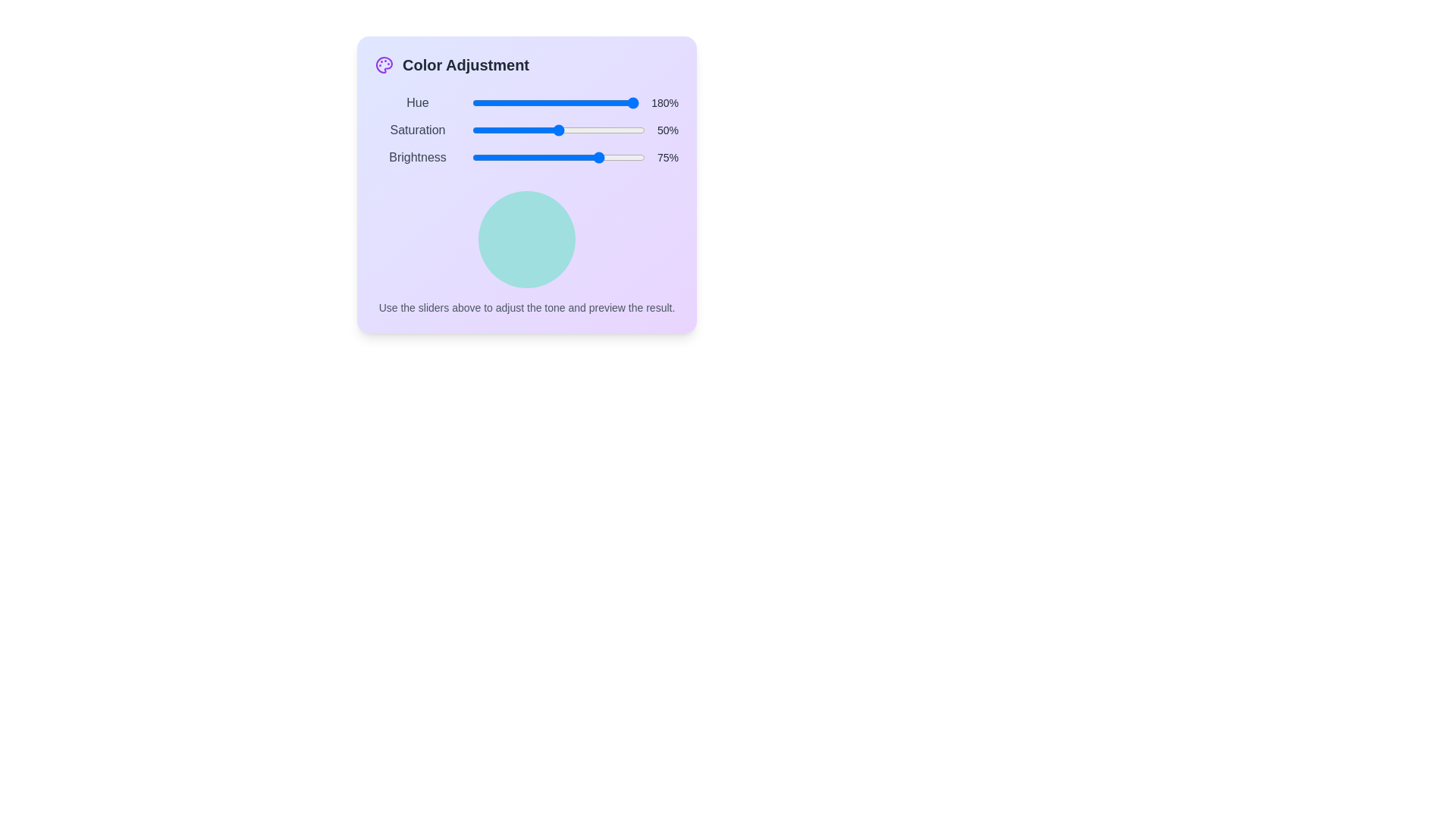  I want to click on the 1 slider to 53% to observe the resulting color in the preview circle, so click(560, 130).